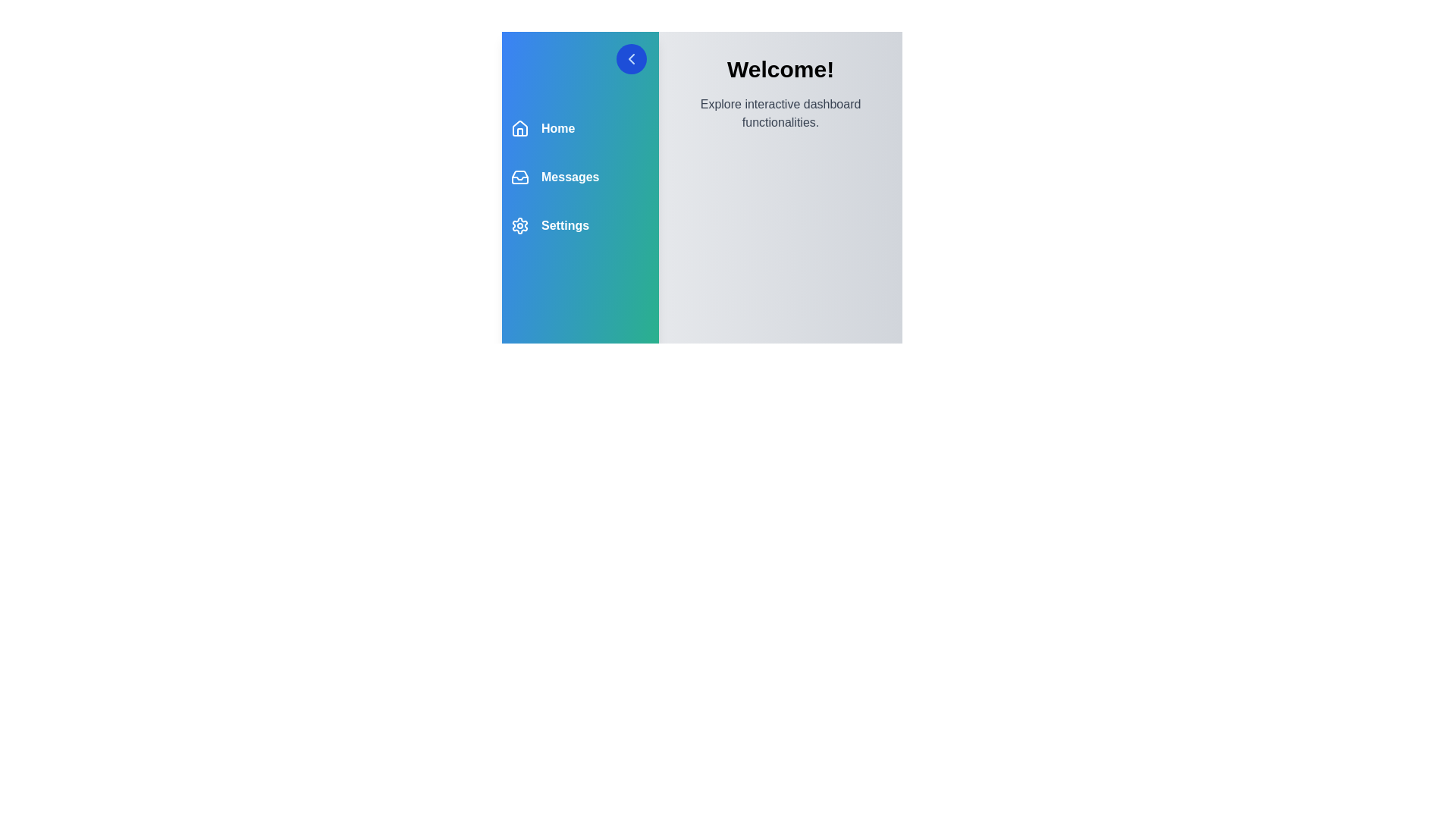 The width and height of the screenshot is (1456, 819). I want to click on 'Messages' text label, which is styled in bold white font against a green-blue gradient background and is the second item in the vertical sidebar menu, so click(570, 177).